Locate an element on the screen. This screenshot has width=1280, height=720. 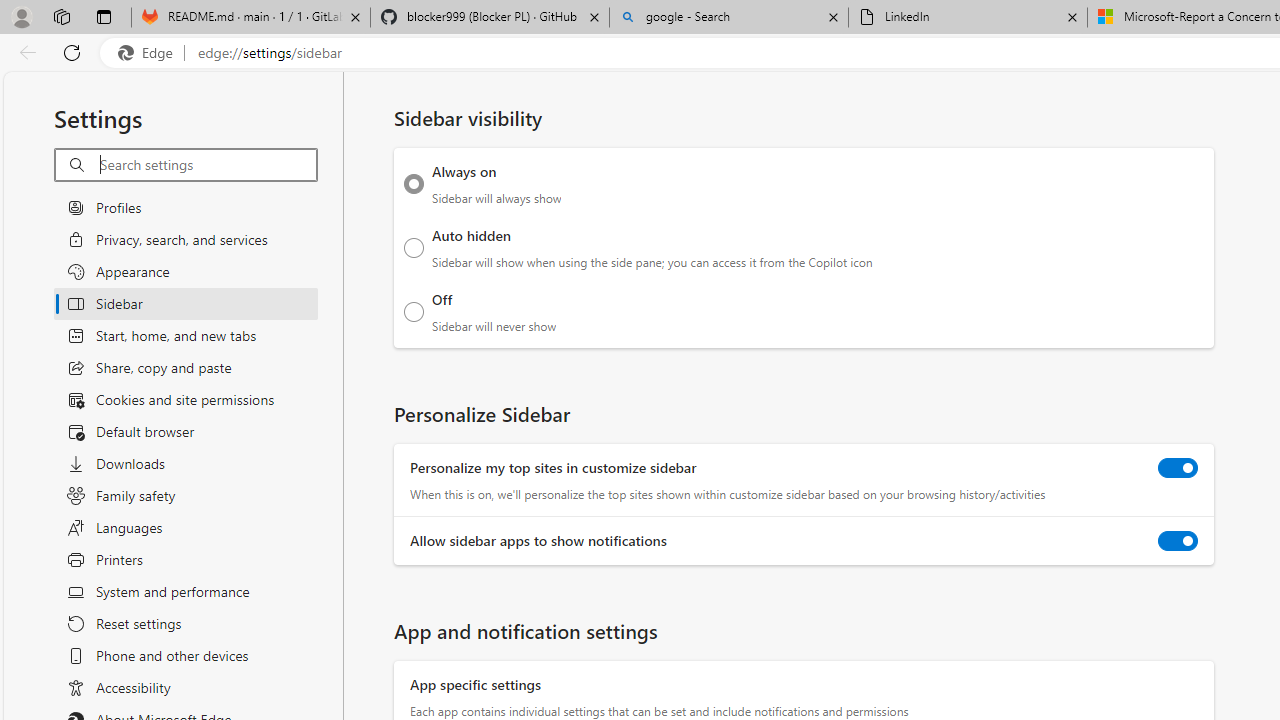
'Allow sidebar apps to show notifications' is located at coordinates (1178, 541).